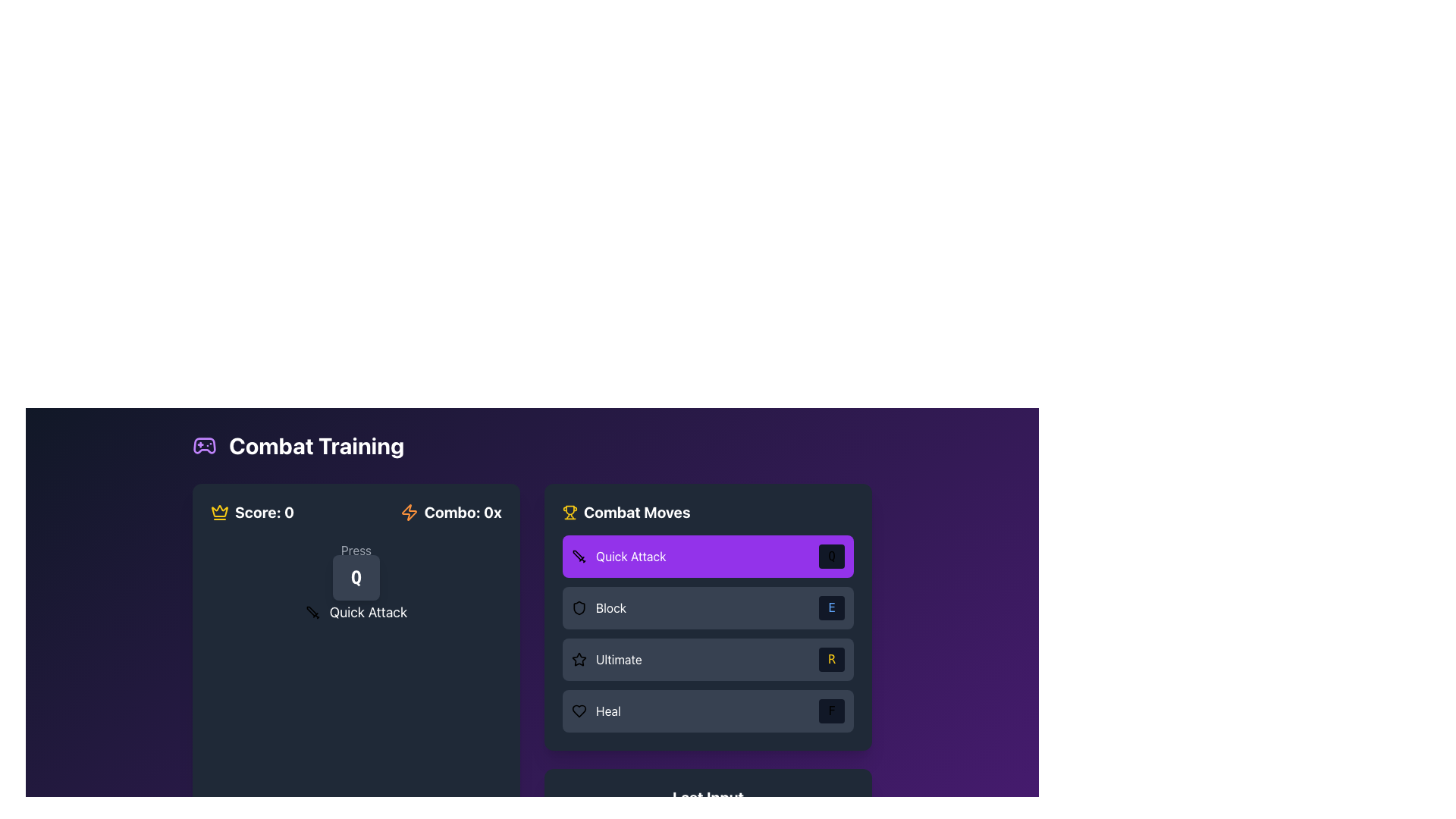  What do you see at coordinates (356, 611) in the screenshot?
I see `the 'Quick Attack' text label with sword icon located in the lower portion of the left-side interface panel labeled 'Combat Training.'` at bounding box center [356, 611].